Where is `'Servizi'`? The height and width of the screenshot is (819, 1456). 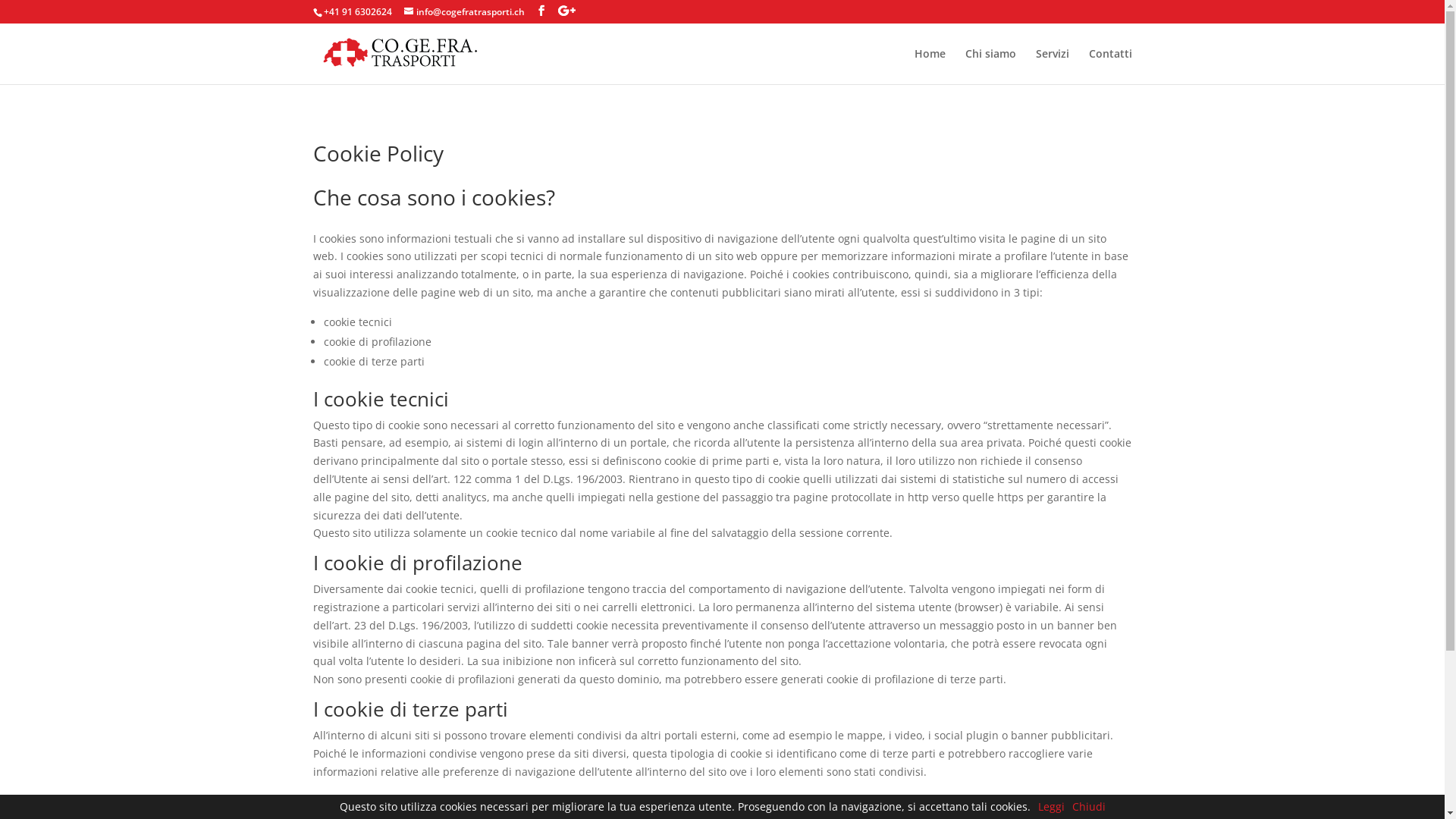
'Servizi' is located at coordinates (1051, 65).